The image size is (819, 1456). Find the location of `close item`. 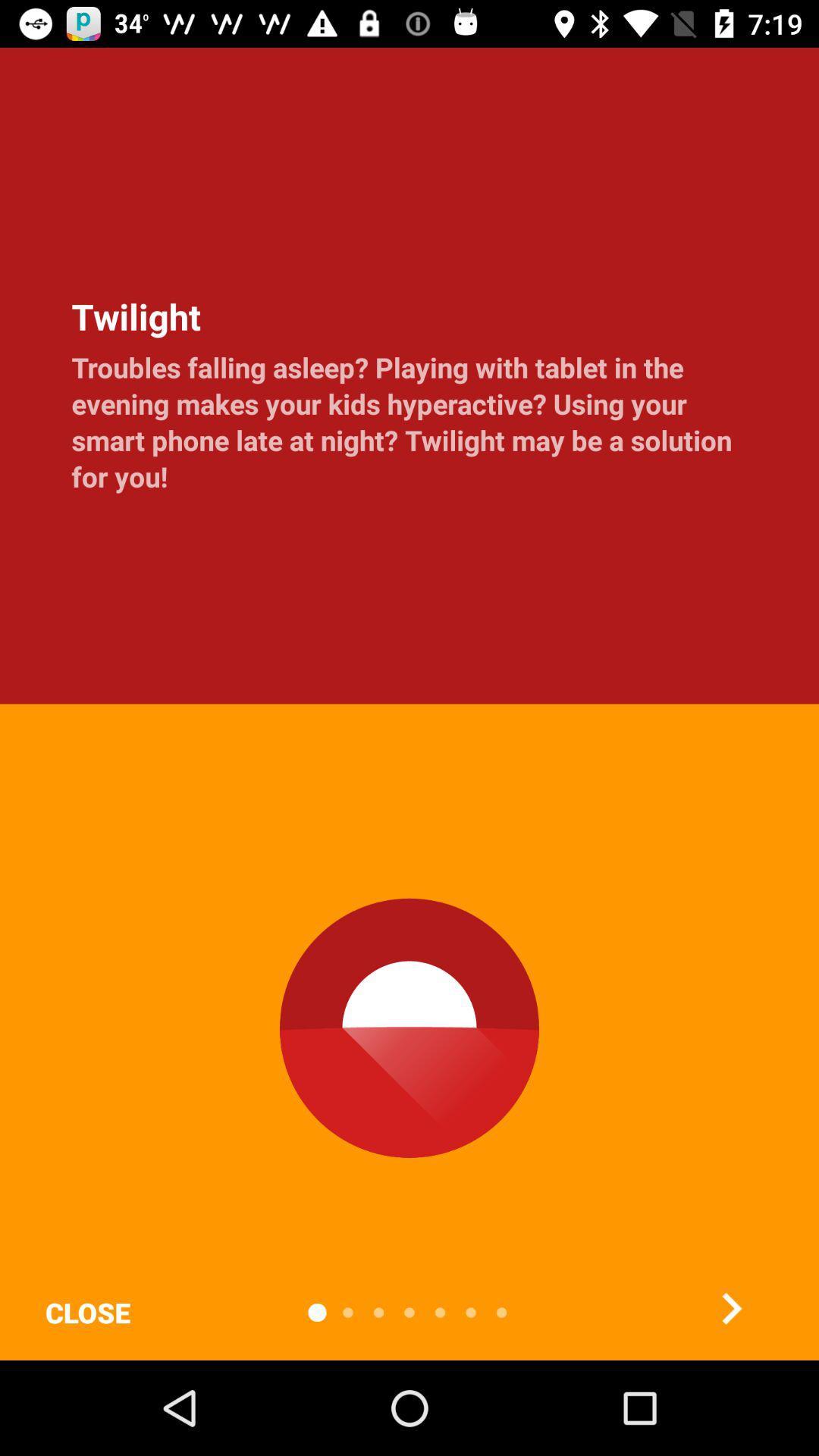

close item is located at coordinates (87, 1312).